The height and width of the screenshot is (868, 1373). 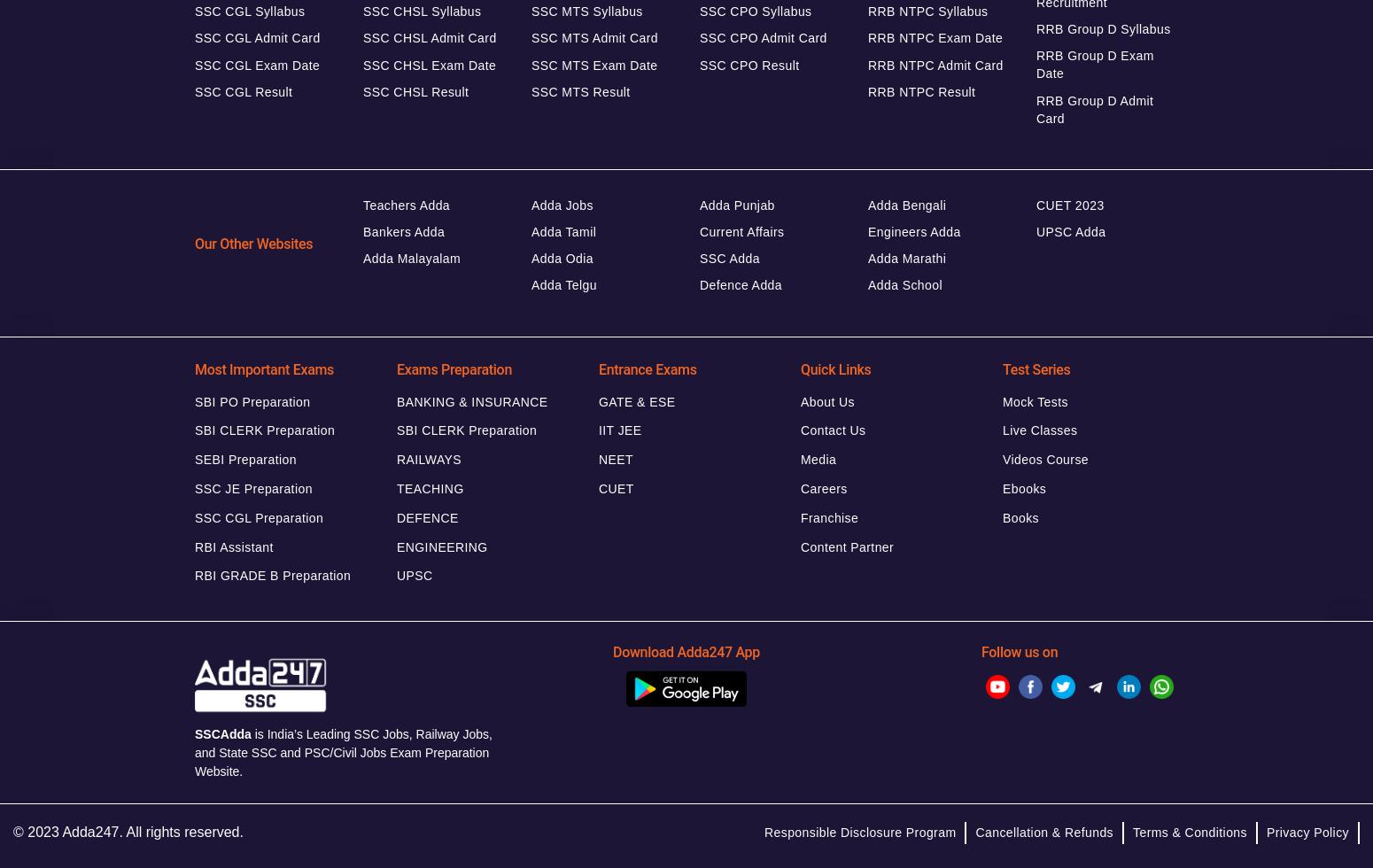 What do you see at coordinates (396, 400) in the screenshot?
I see `'BANKING & INSURANCE'` at bounding box center [396, 400].